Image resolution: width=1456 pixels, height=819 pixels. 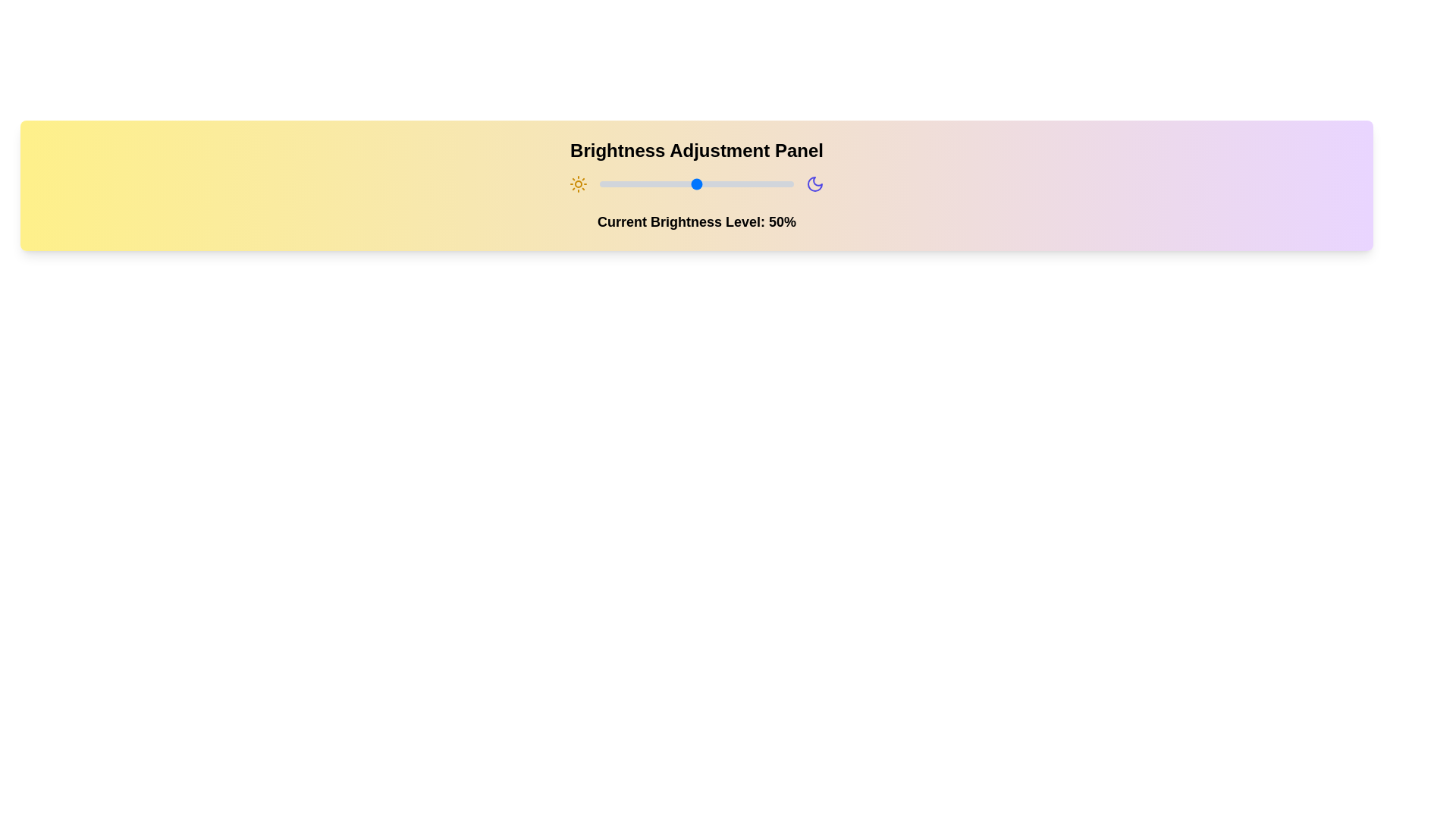 I want to click on the brightness slider to 74% to observe changes in the visual feedback of the sun and moon icons, so click(x=743, y=184).